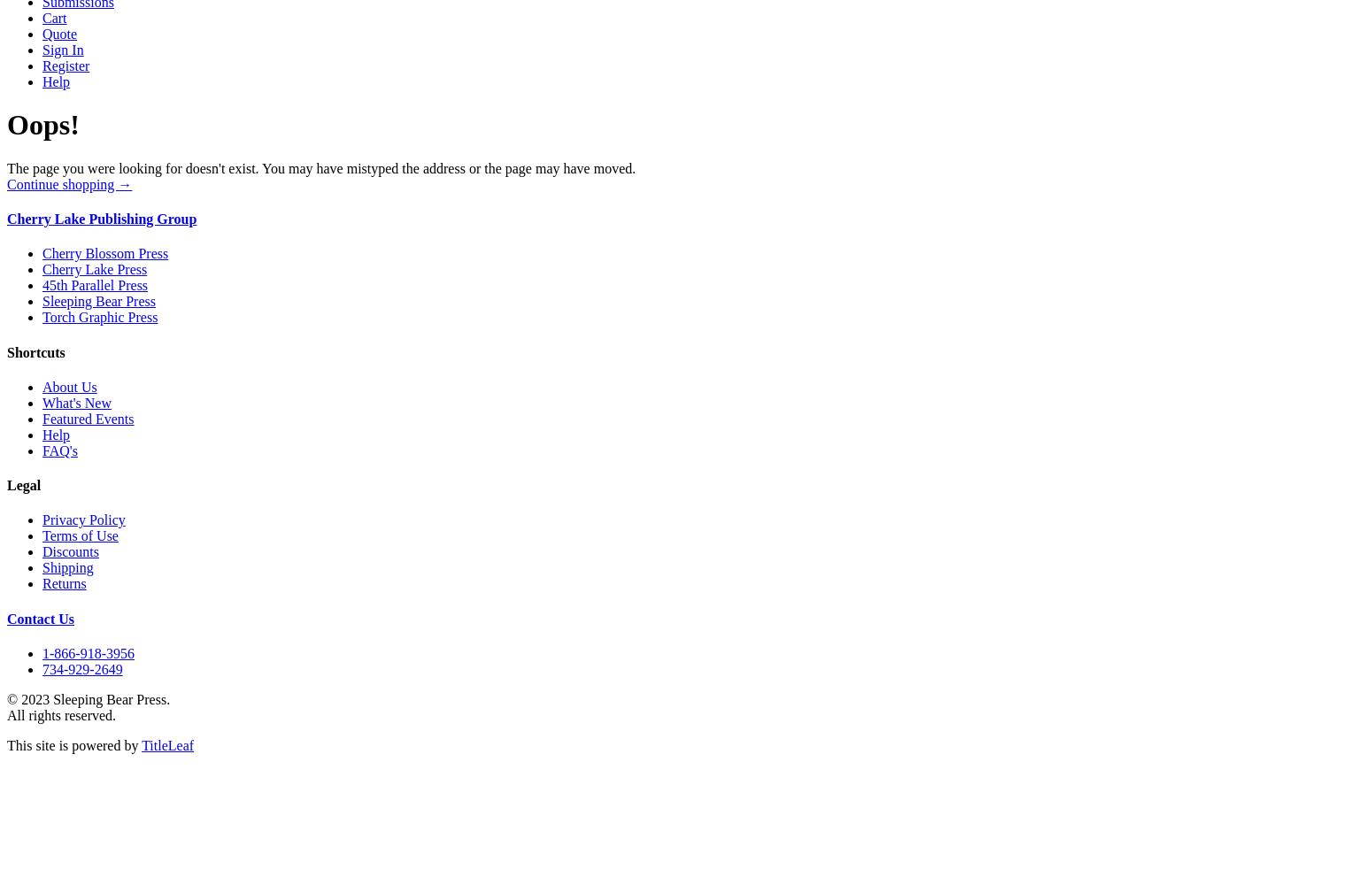 Image resolution: width=1372 pixels, height=885 pixels. Describe the element at coordinates (42, 401) in the screenshot. I see `'What's New'` at that location.